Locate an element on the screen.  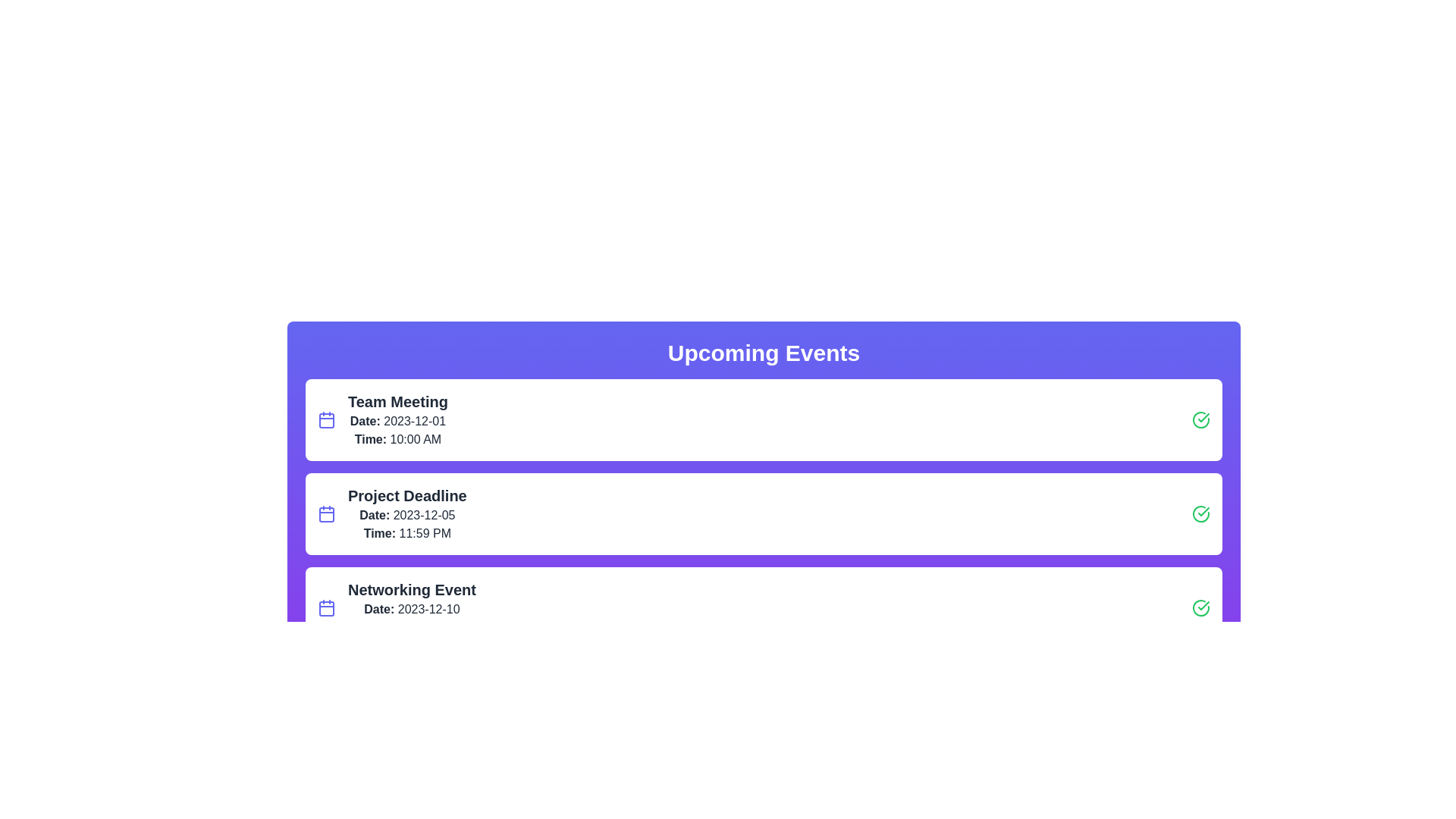
checkmark icon indicating the 'Team Meeting' event, located at the top-right corner of the event box is located at coordinates (1203, 512).